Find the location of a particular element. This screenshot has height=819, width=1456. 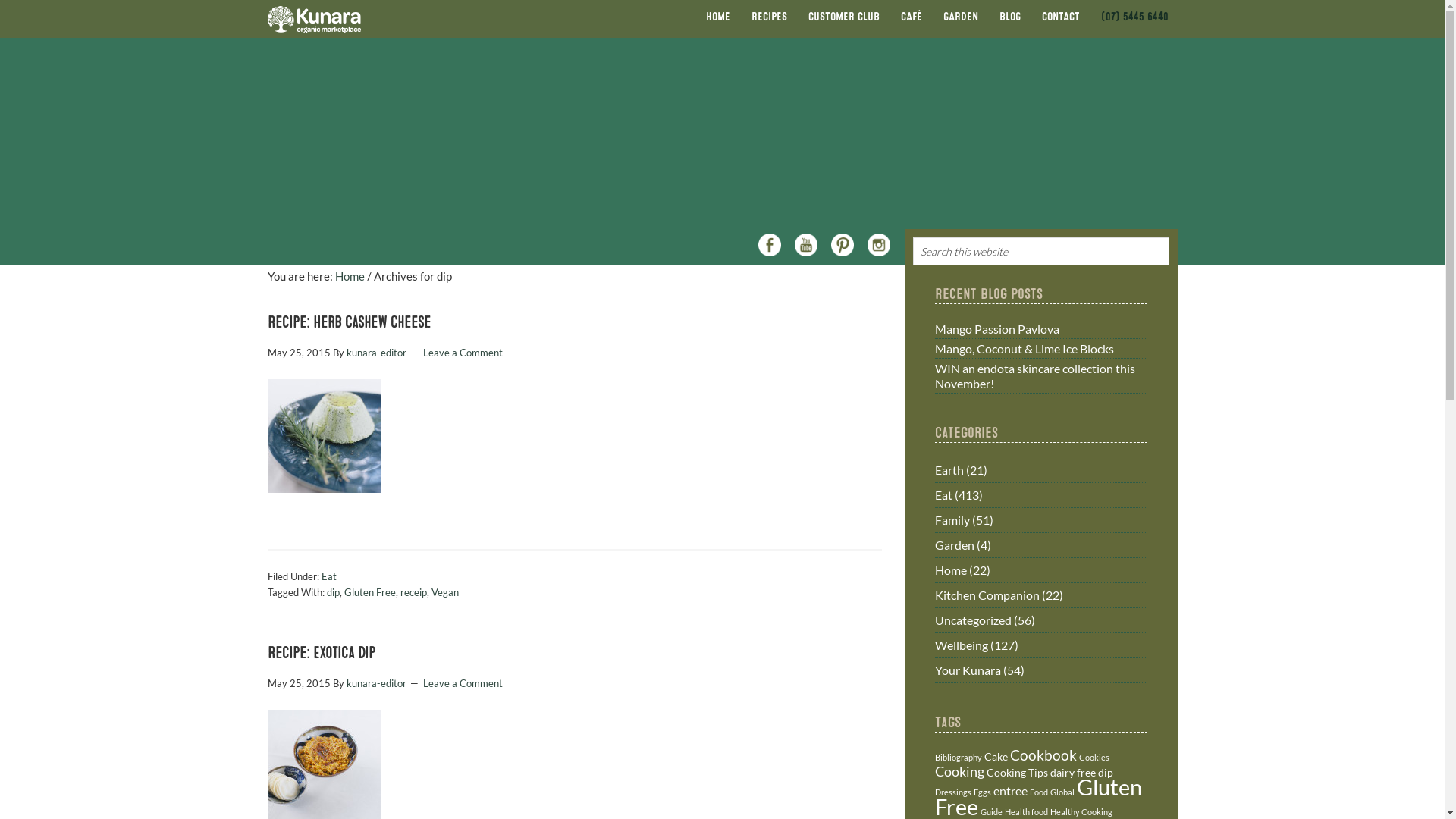

'Dressings' is located at coordinates (952, 791).